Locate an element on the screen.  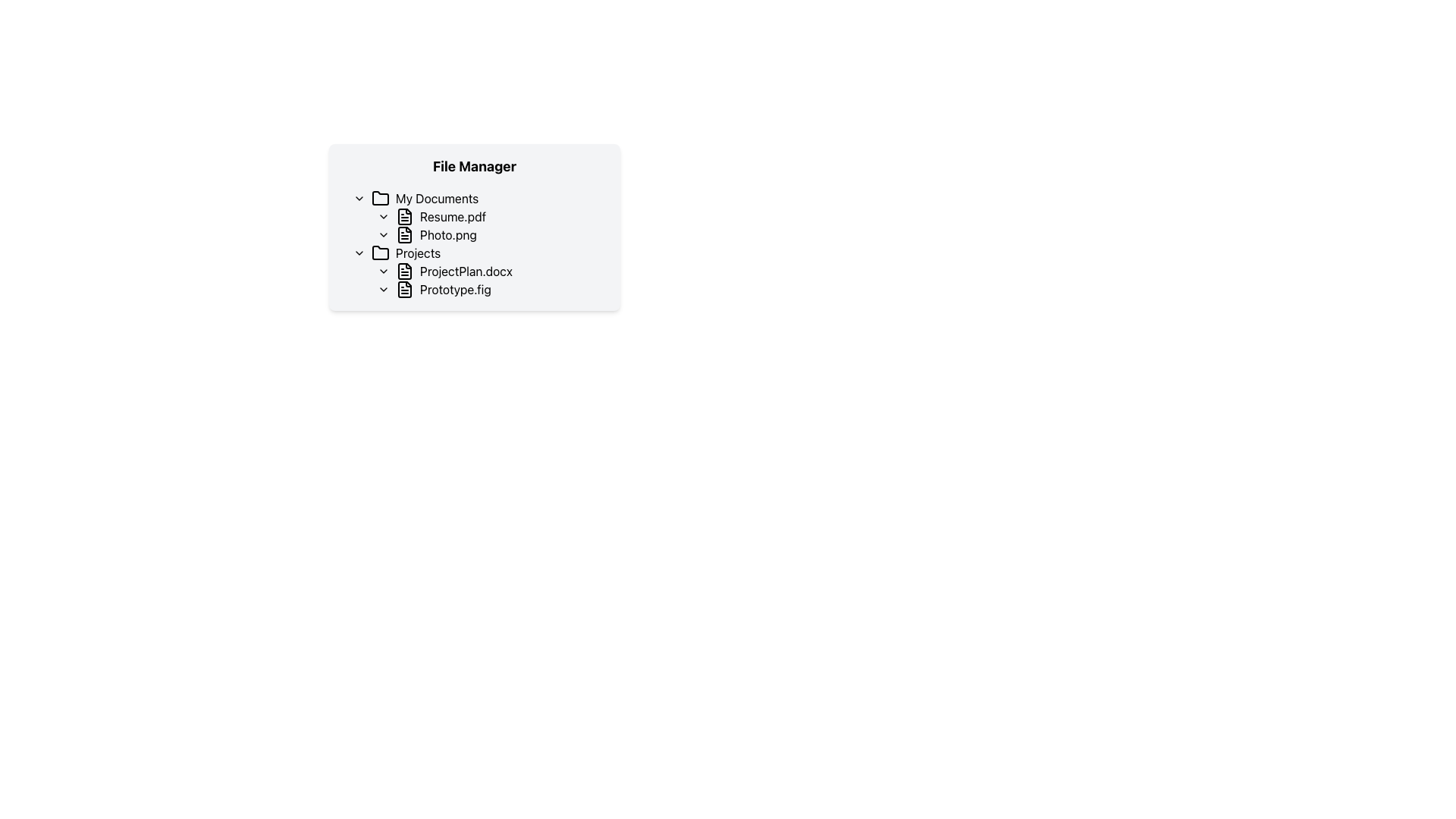
the text label for 'ProjectPlan.docx' is located at coordinates (453, 271).